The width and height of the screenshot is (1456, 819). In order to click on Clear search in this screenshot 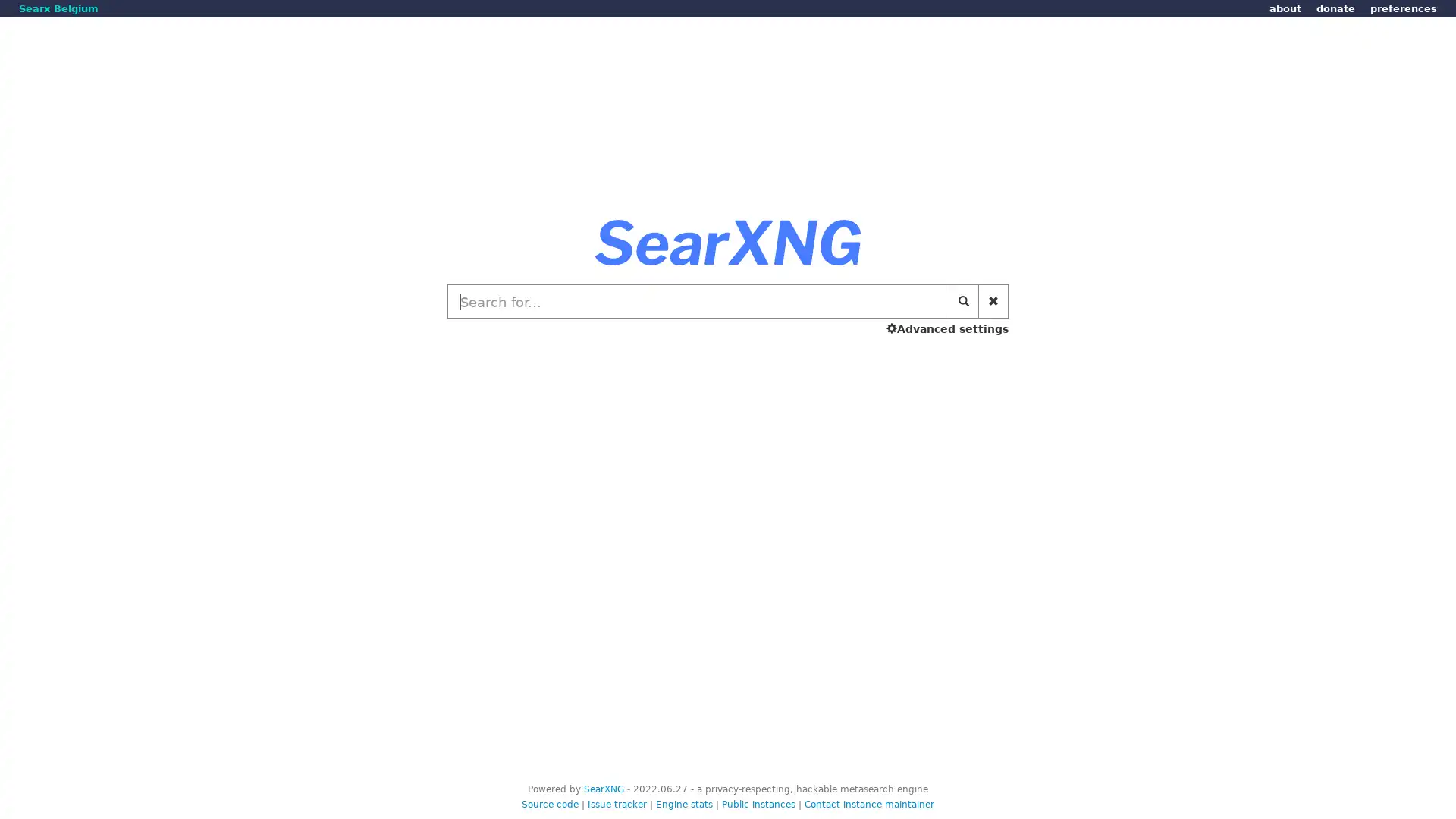, I will do `click(993, 301)`.